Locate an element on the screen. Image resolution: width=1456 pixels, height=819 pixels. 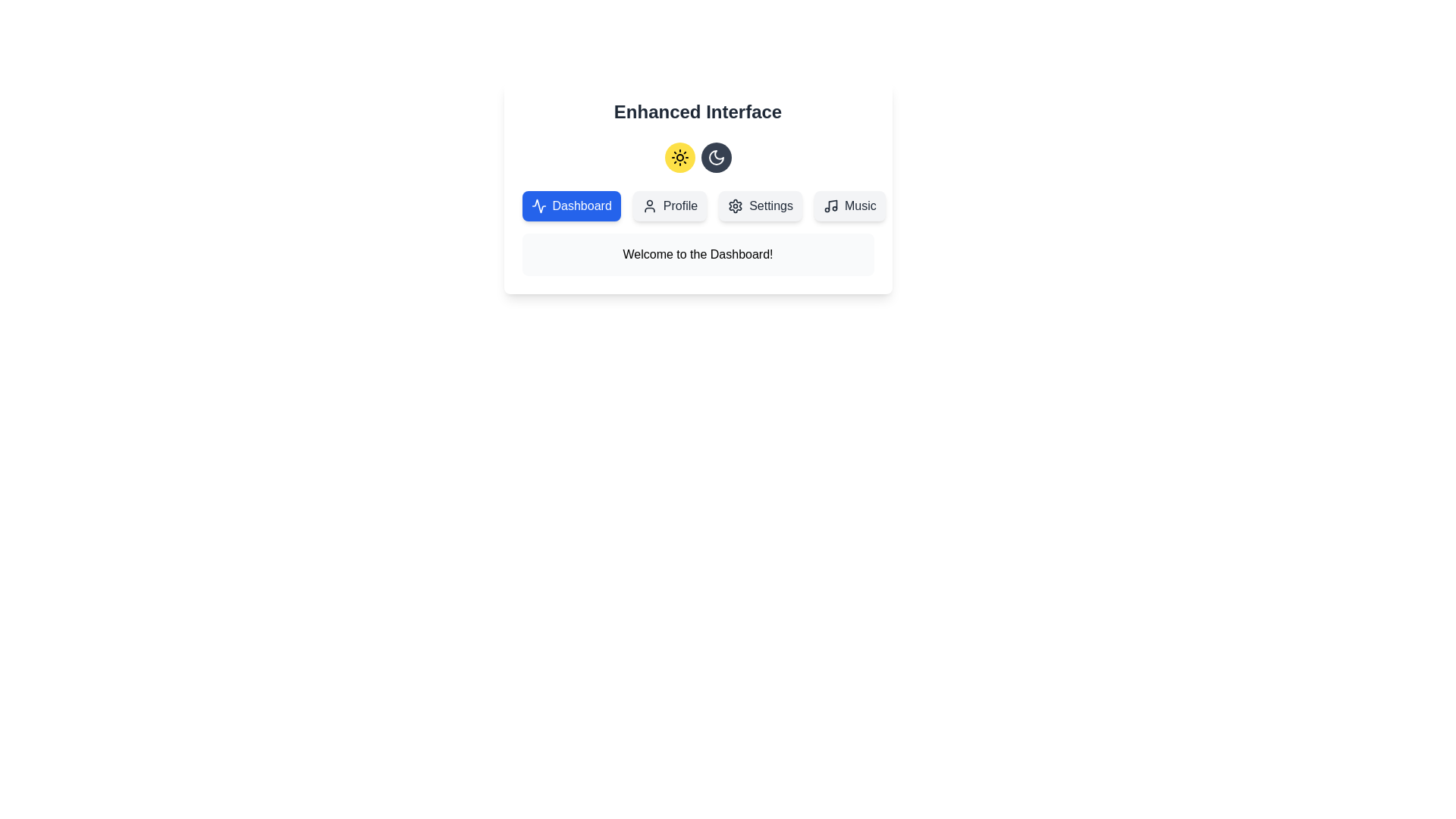
the circular button with a dark gray background and a white crescent moon icon to change its background appearance is located at coordinates (715, 158).